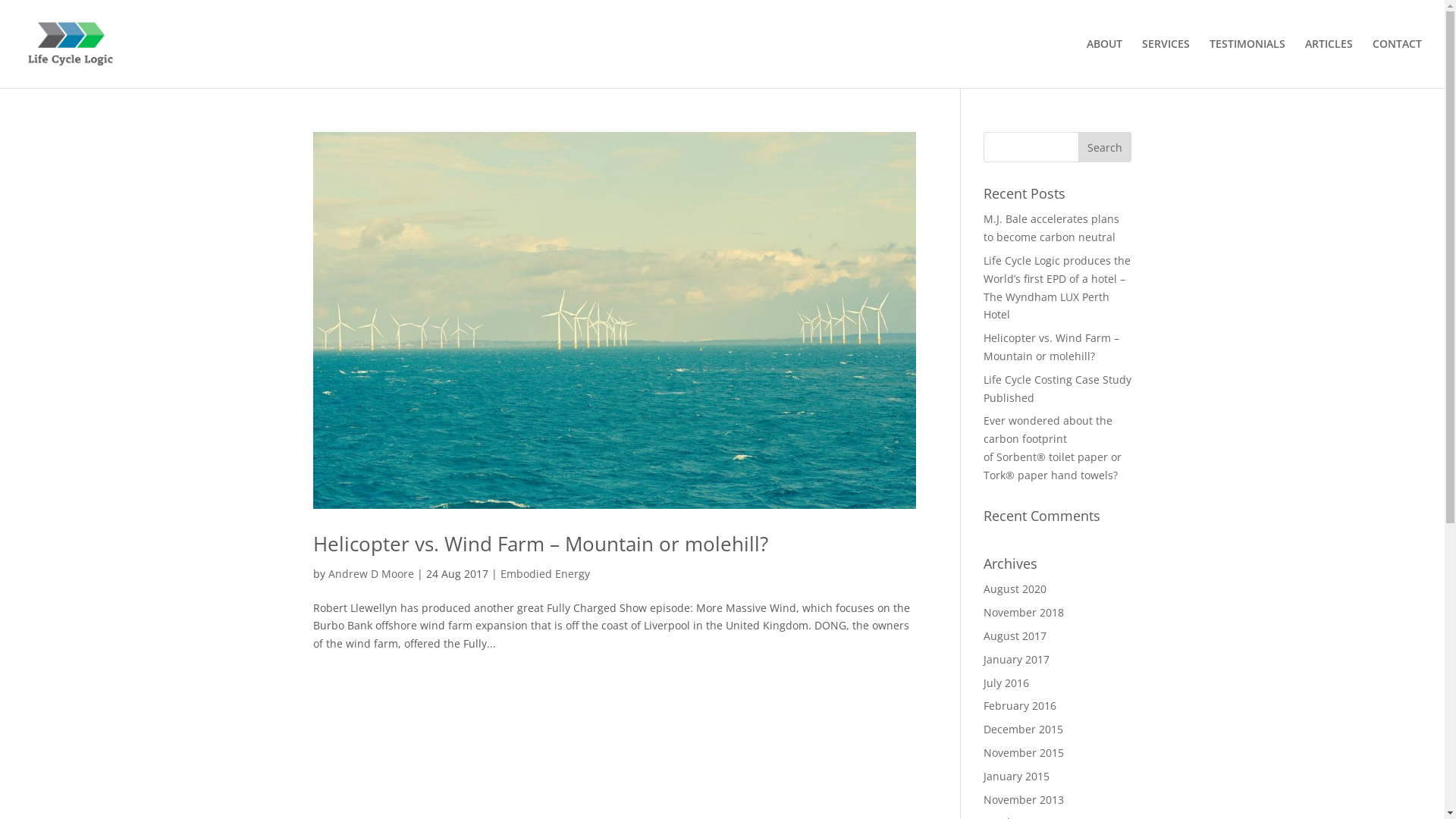 The width and height of the screenshot is (1456, 819). What do you see at coordinates (1016, 776) in the screenshot?
I see `'January 2015'` at bounding box center [1016, 776].